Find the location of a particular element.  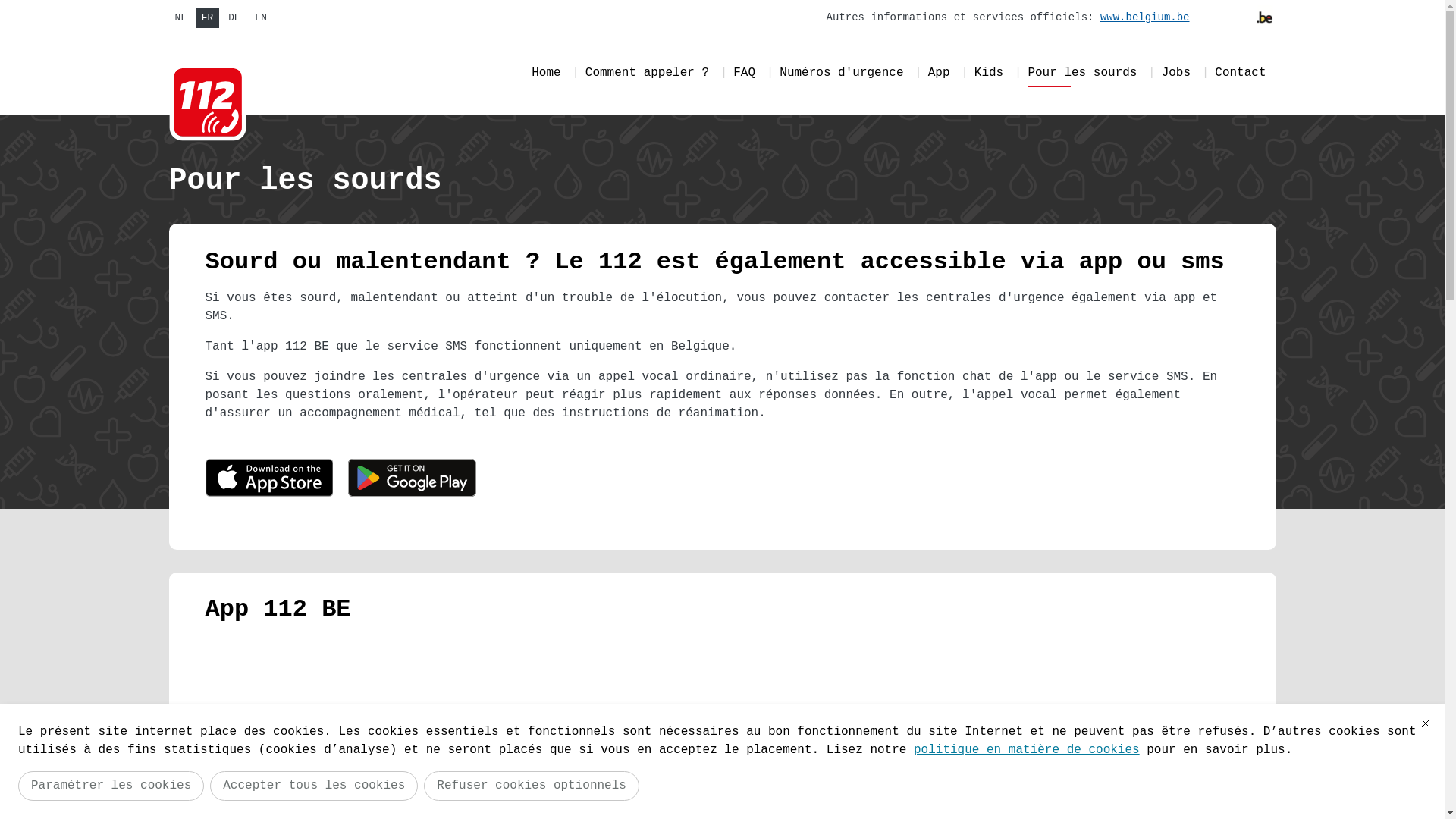

'Home' is located at coordinates (546, 75).